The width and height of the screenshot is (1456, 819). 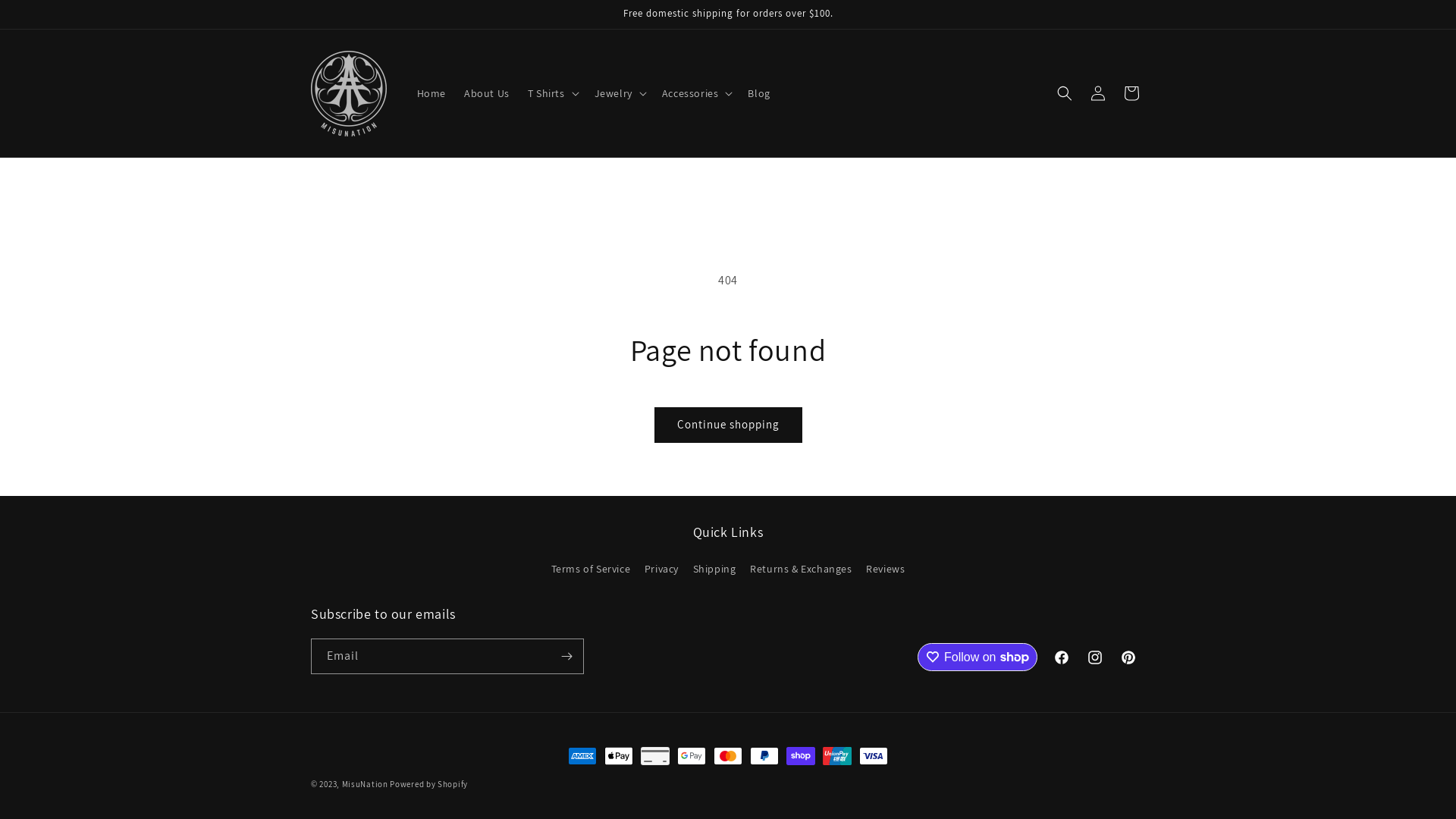 What do you see at coordinates (758, 93) in the screenshot?
I see `'Blog'` at bounding box center [758, 93].